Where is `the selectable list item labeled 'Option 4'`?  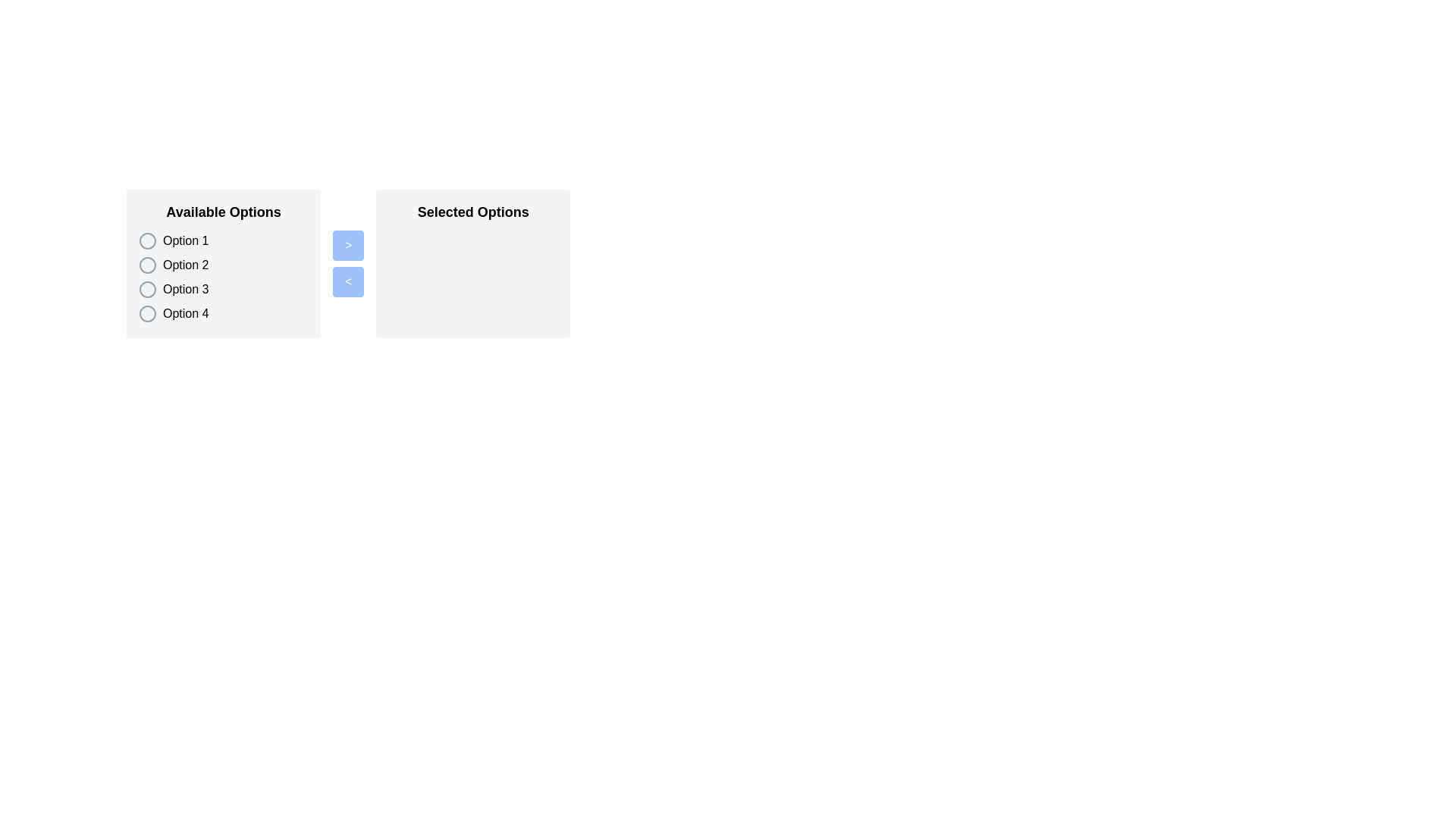 the selectable list item labeled 'Option 4' is located at coordinates (222, 312).